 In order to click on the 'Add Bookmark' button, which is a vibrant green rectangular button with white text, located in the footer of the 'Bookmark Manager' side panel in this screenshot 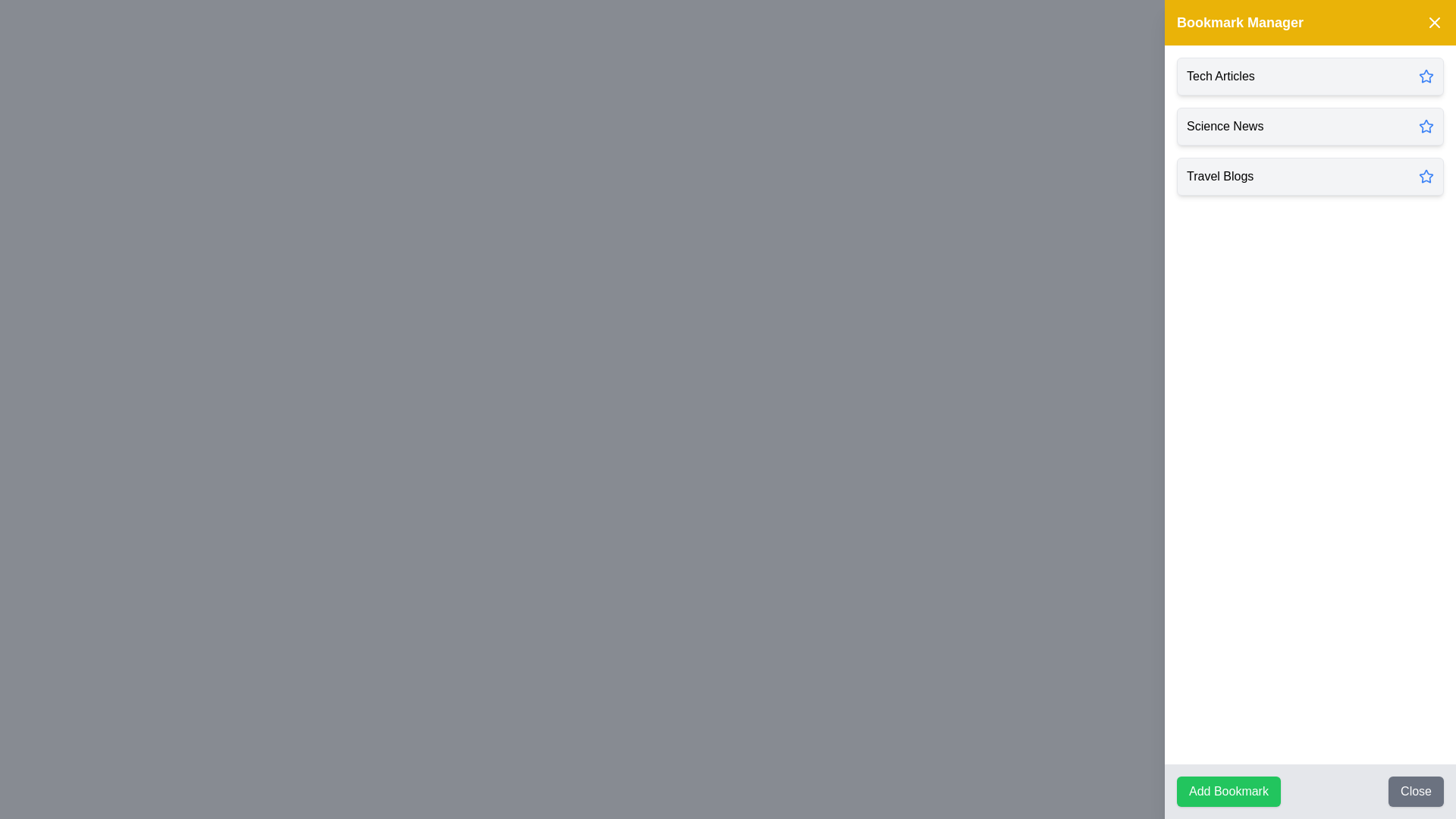, I will do `click(1228, 791)`.